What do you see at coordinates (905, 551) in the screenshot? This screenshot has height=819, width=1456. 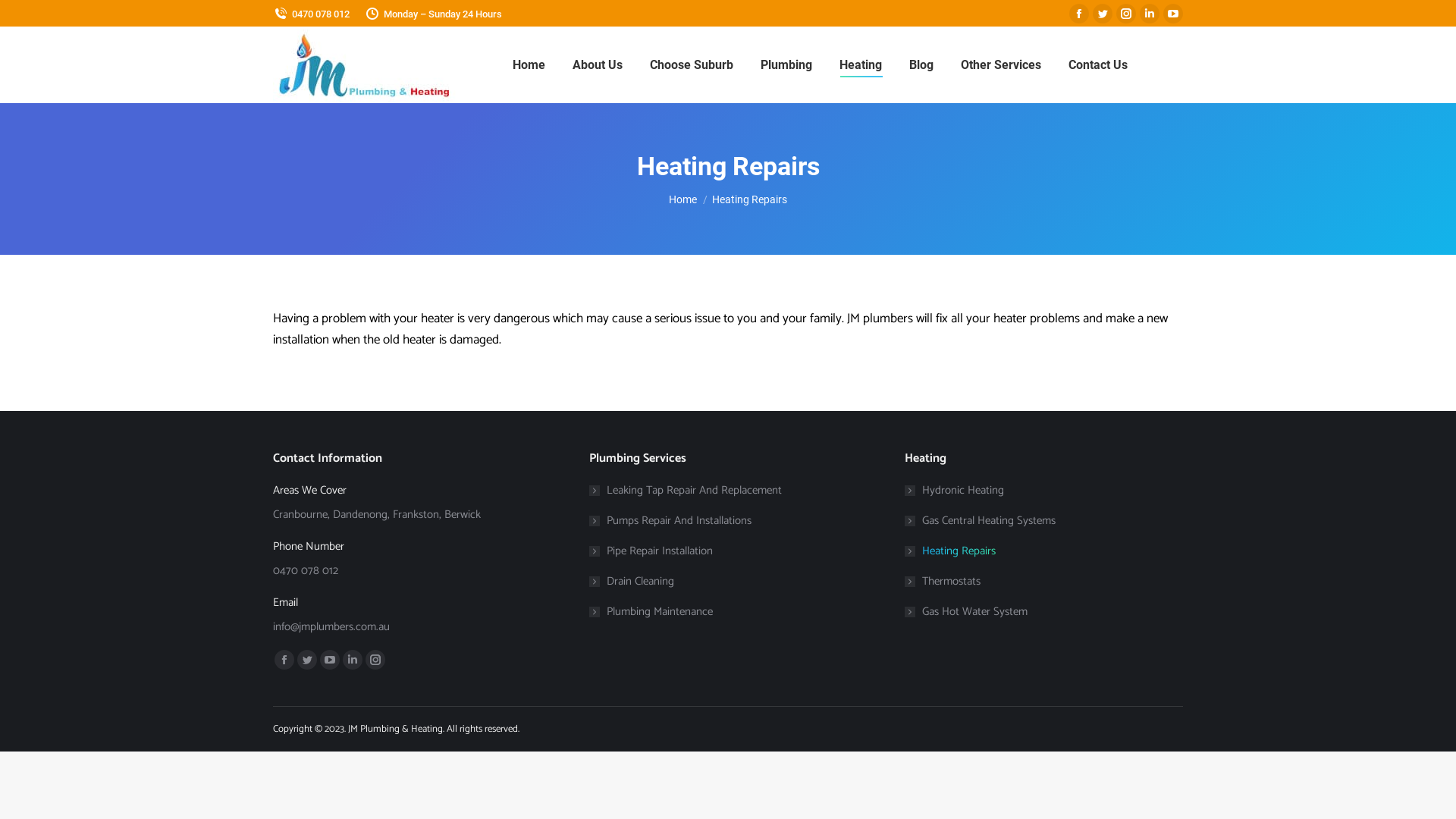 I see `'Heating Repairs'` at bounding box center [905, 551].